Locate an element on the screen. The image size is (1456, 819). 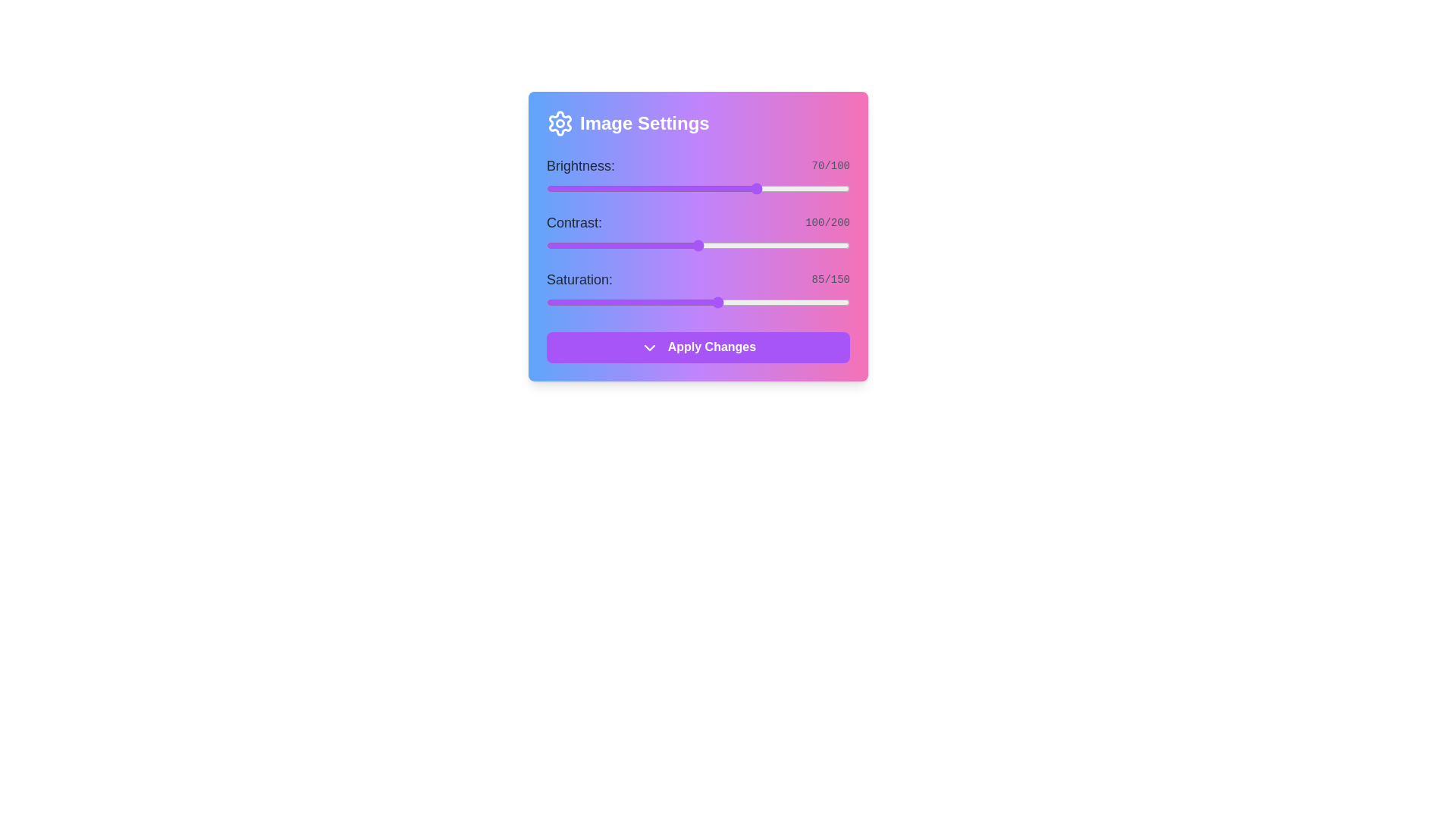
the saturation slider to 137 level is located at coordinates (823, 302).